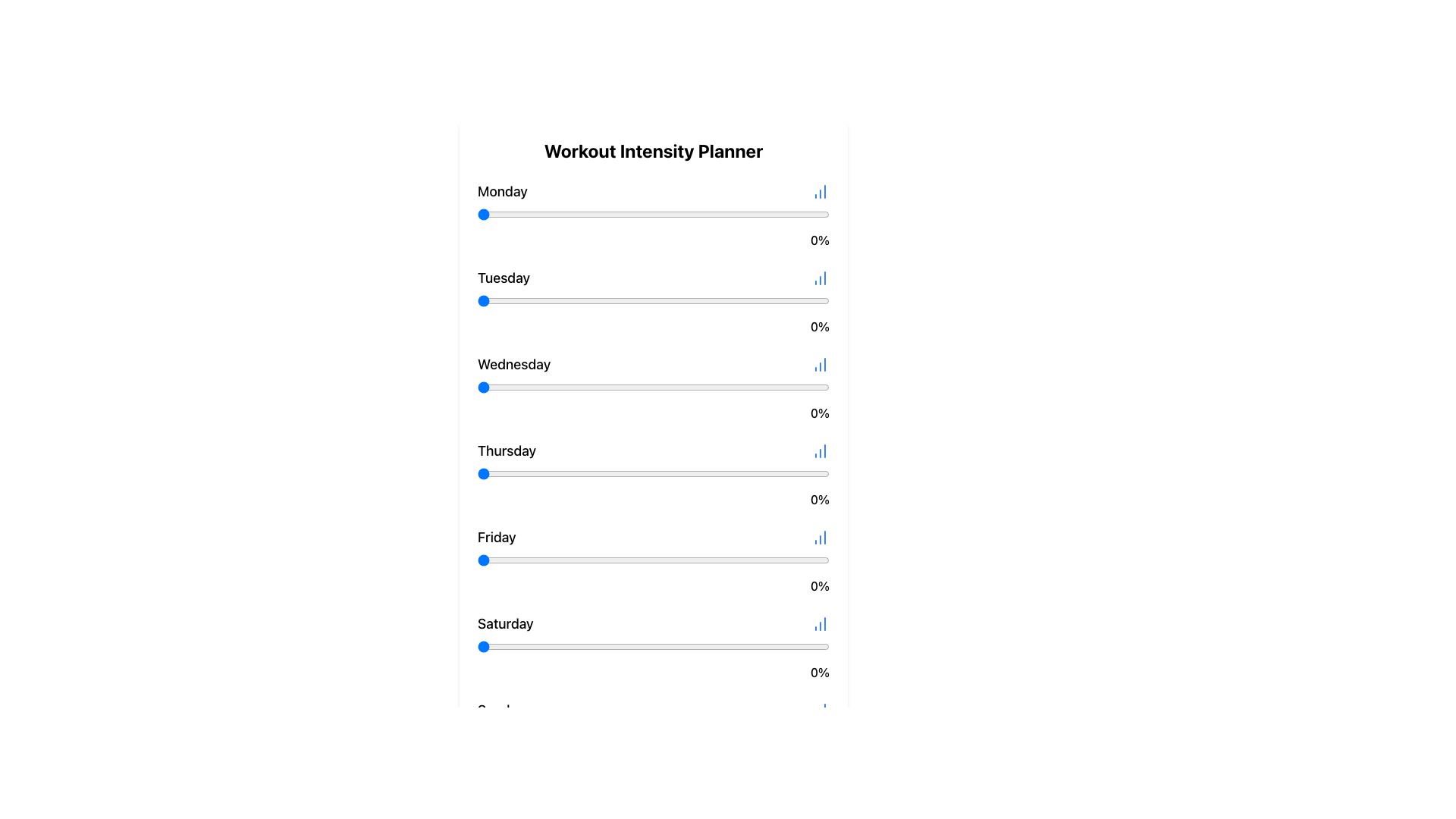  I want to click on the Friday intensity, so click(615, 560).